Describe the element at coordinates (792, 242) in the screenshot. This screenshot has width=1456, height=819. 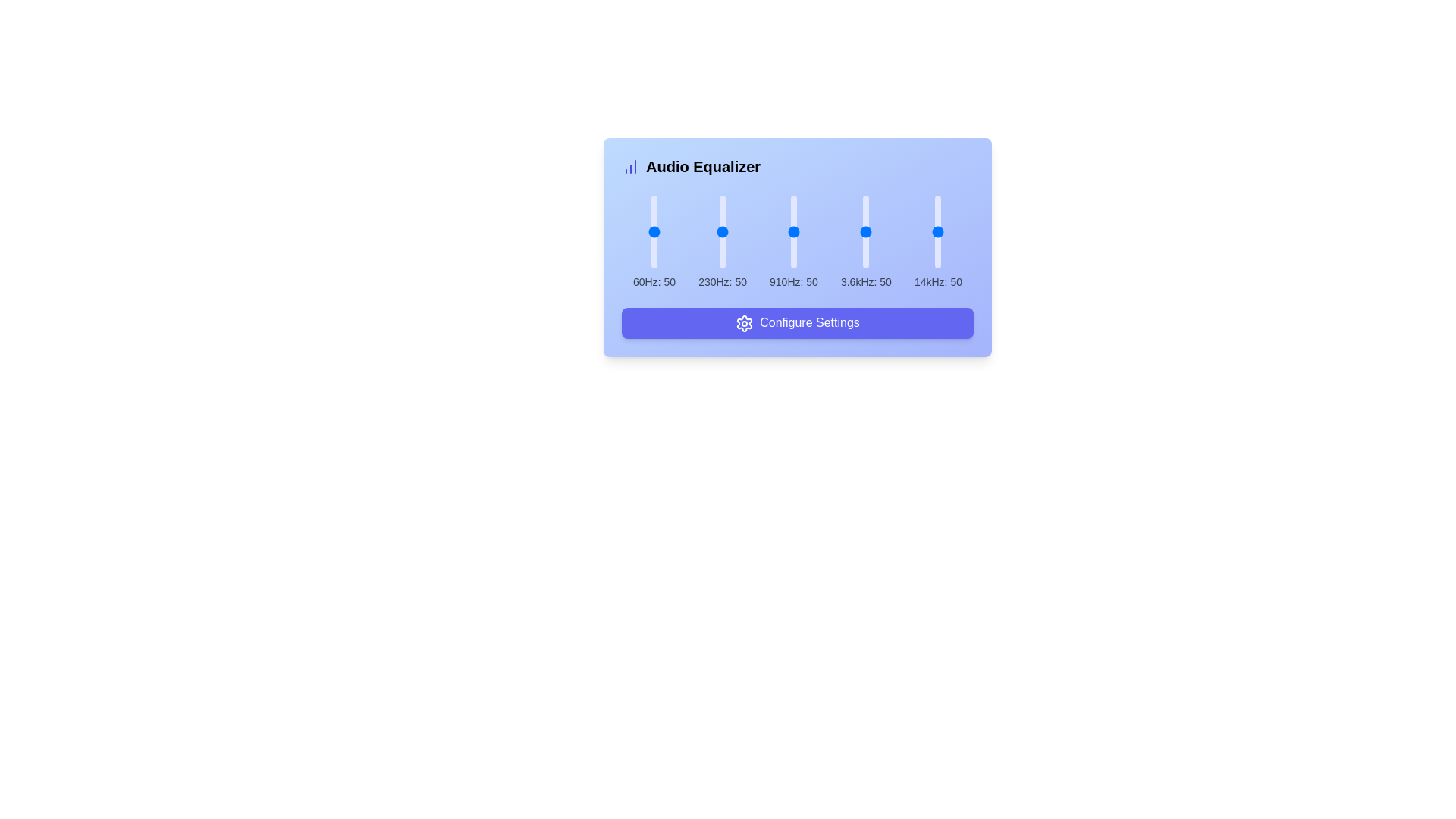
I see `the vertical slider labeled '910Hz: 50' to set its value at a specific point` at that location.